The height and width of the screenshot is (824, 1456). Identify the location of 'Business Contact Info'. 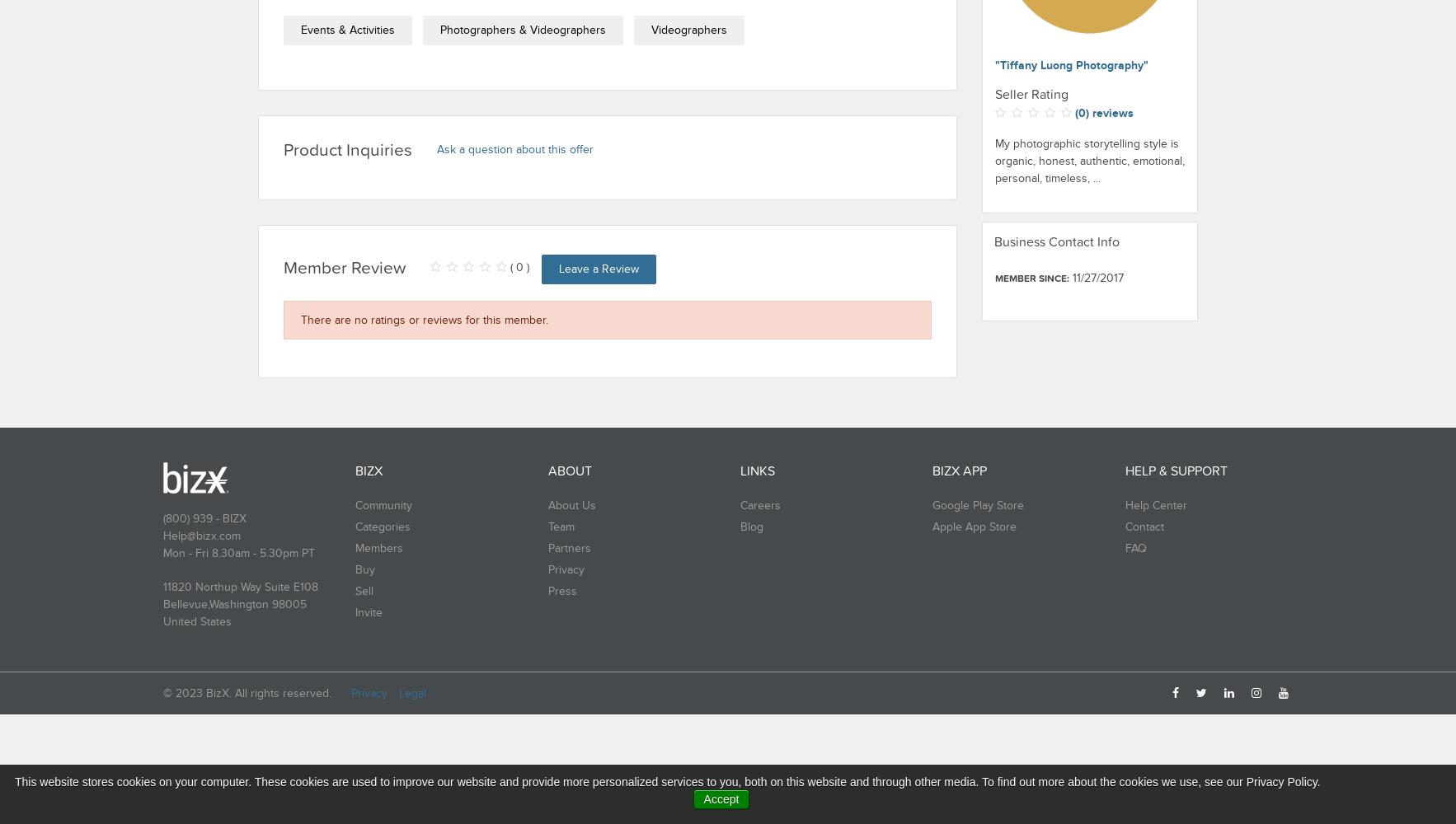
(1055, 241).